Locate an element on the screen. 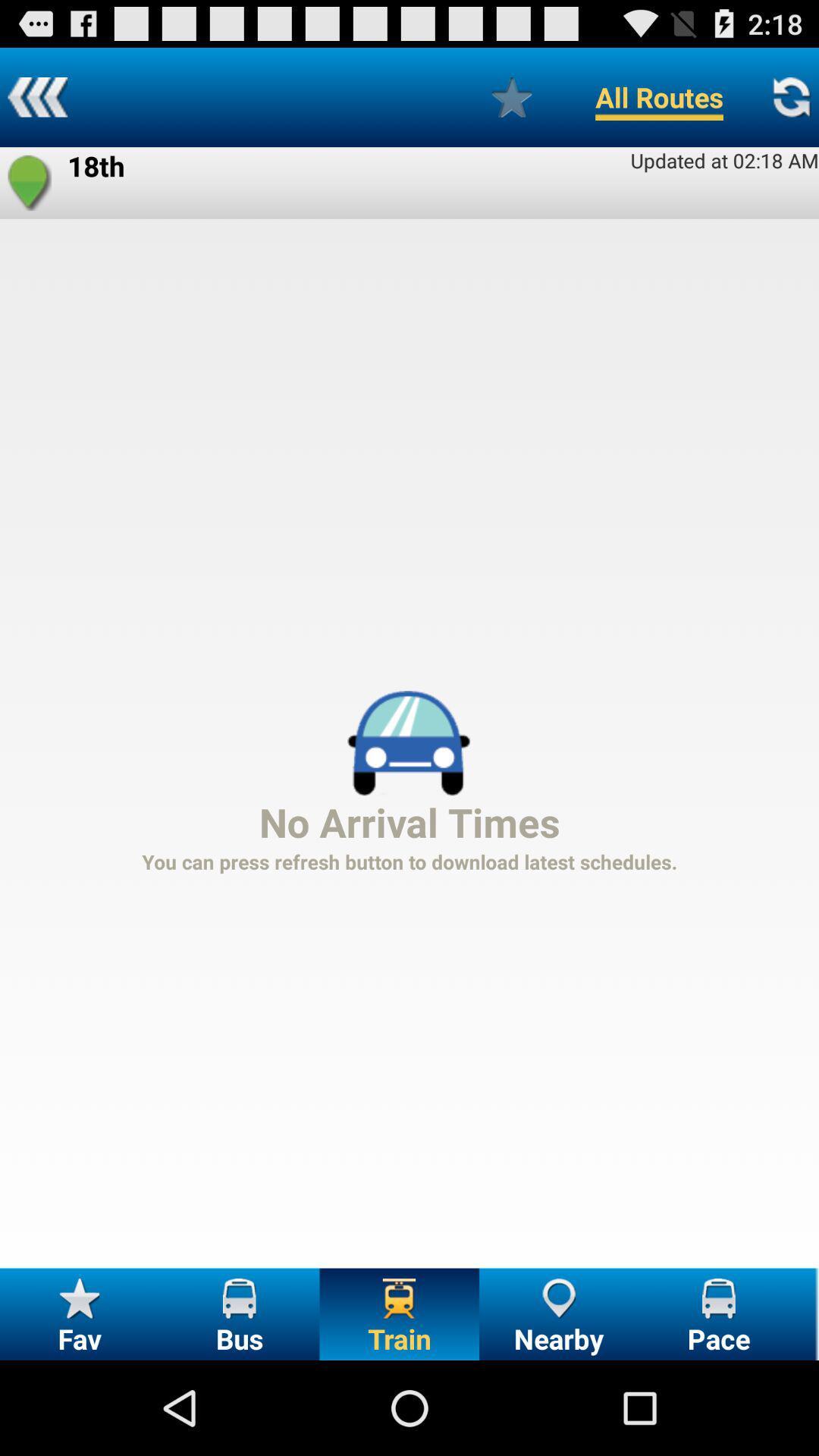  the refresh icon is located at coordinates (790, 103).